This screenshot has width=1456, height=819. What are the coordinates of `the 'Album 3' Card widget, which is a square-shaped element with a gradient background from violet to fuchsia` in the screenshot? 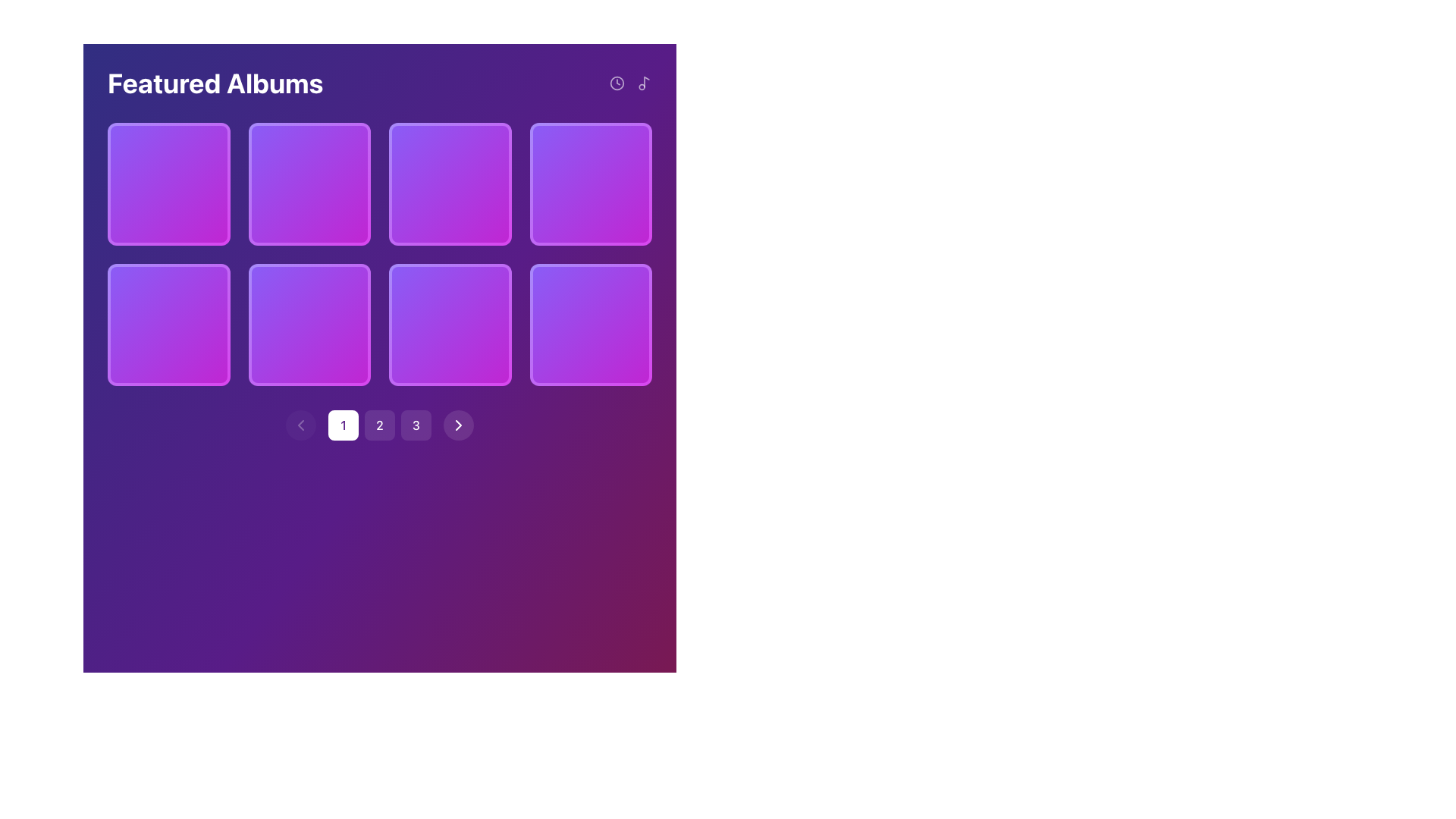 It's located at (449, 183).